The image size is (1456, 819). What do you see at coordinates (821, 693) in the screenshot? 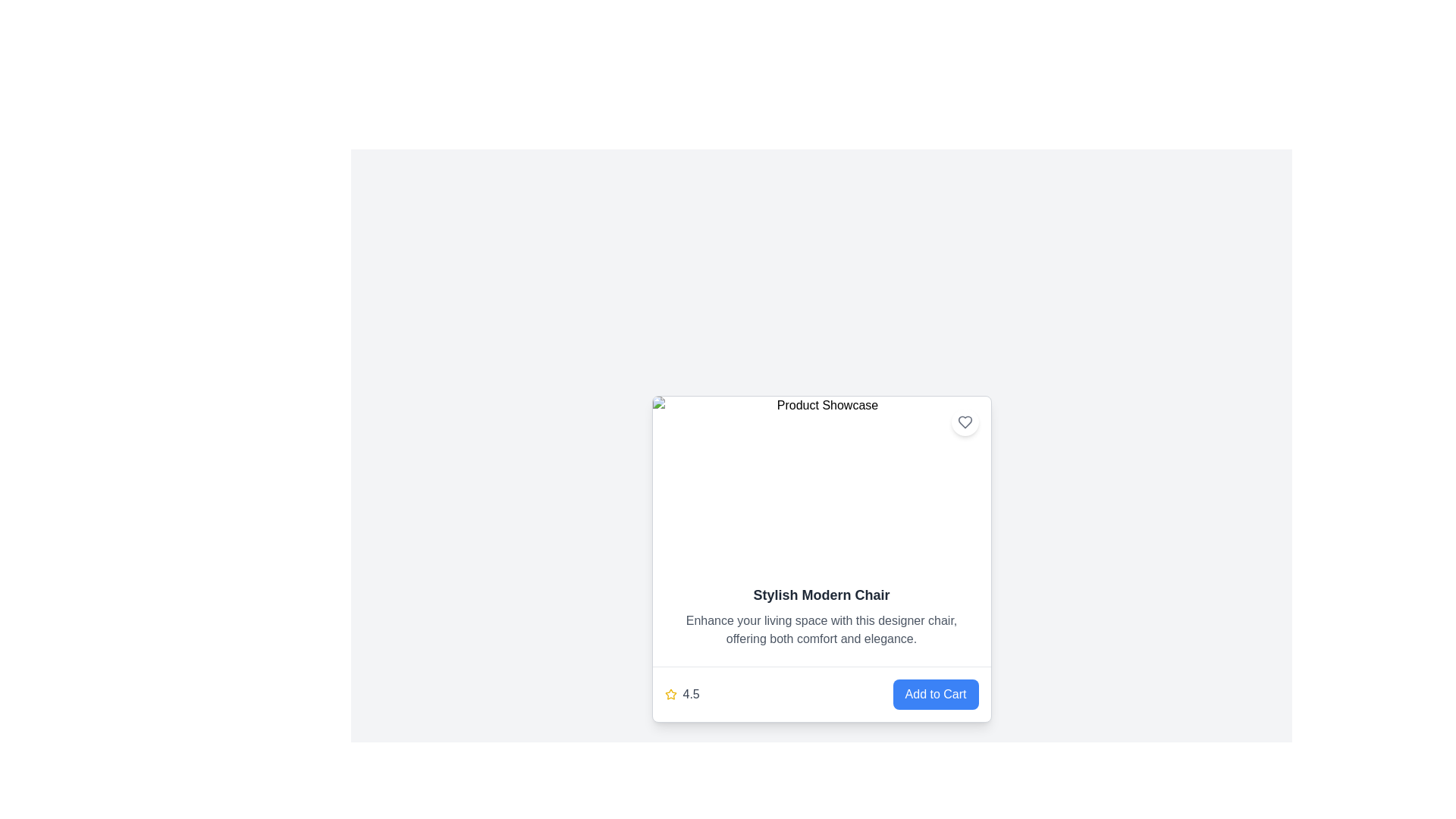
I see `the button located at the bottom section of the card layout for the 'Stylish Modern Chair' to trigger an action` at bounding box center [821, 693].